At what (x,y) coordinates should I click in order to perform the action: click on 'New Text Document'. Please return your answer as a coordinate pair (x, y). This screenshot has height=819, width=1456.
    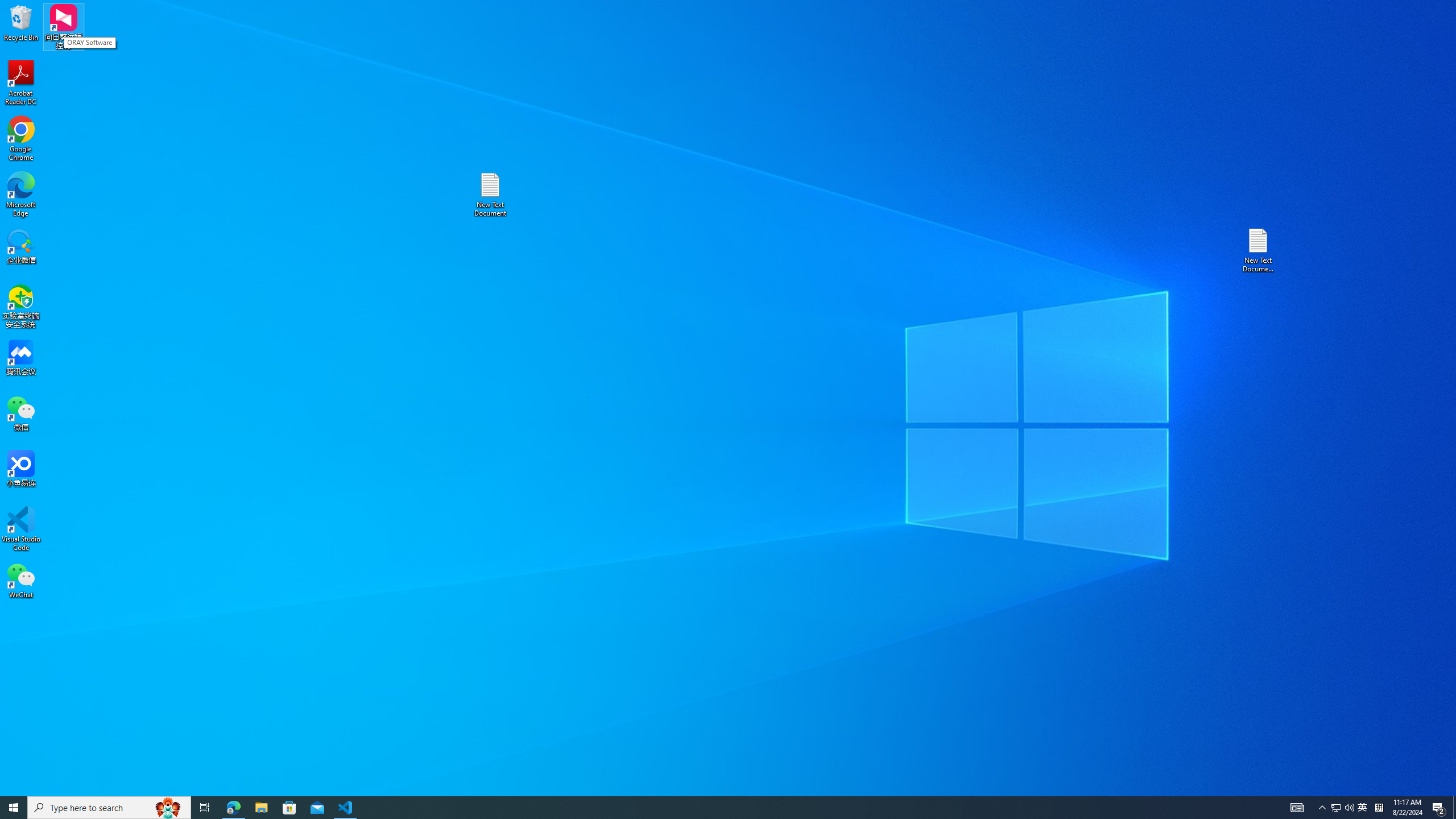
    Looking at the image, I should click on (489, 194).